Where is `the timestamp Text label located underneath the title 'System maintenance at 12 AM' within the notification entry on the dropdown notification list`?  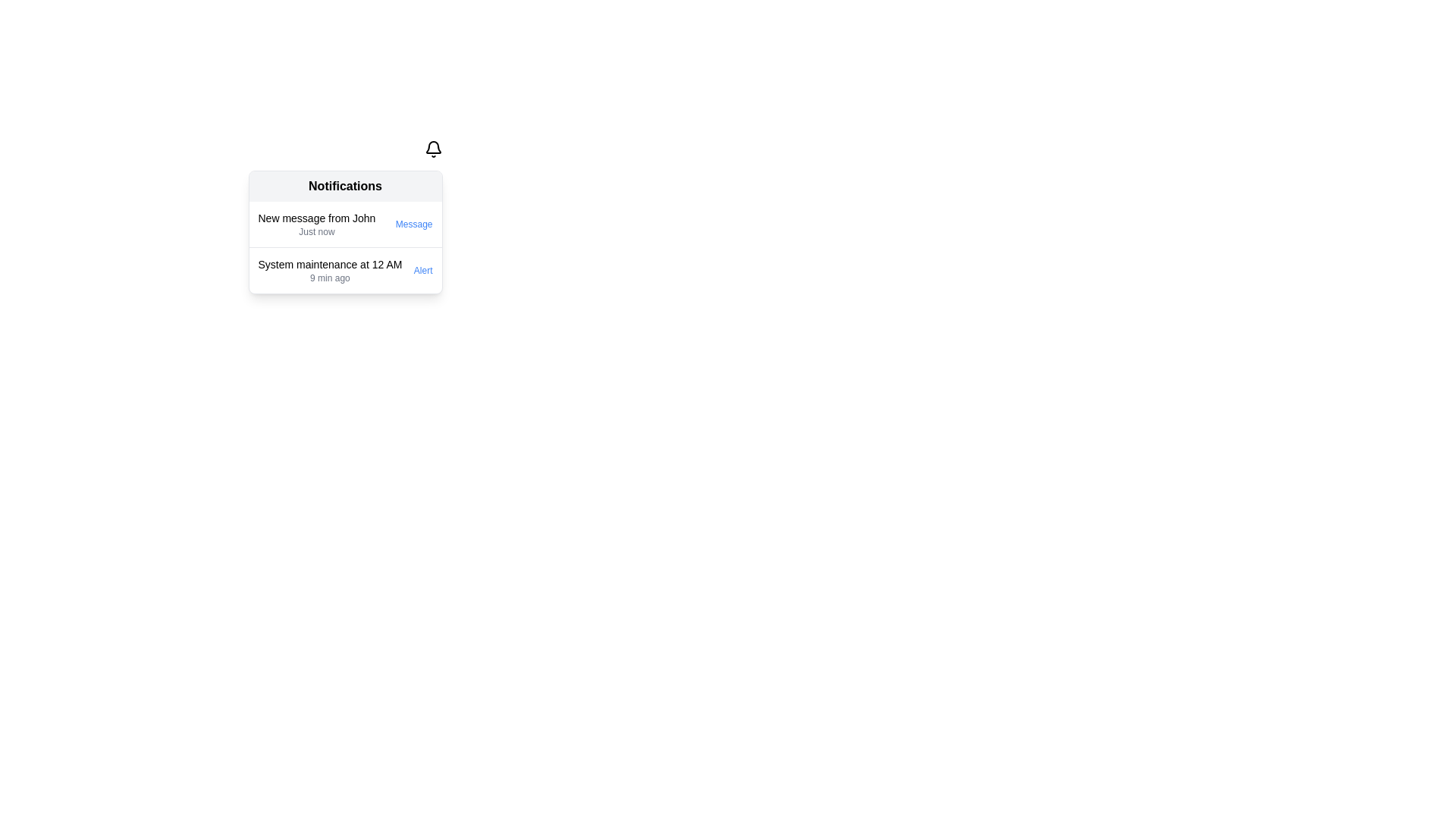 the timestamp Text label located underneath the title 'System maintenance at 12 AM' within the notification entry on the dropdown notification list is located at coordinates (329, 278).